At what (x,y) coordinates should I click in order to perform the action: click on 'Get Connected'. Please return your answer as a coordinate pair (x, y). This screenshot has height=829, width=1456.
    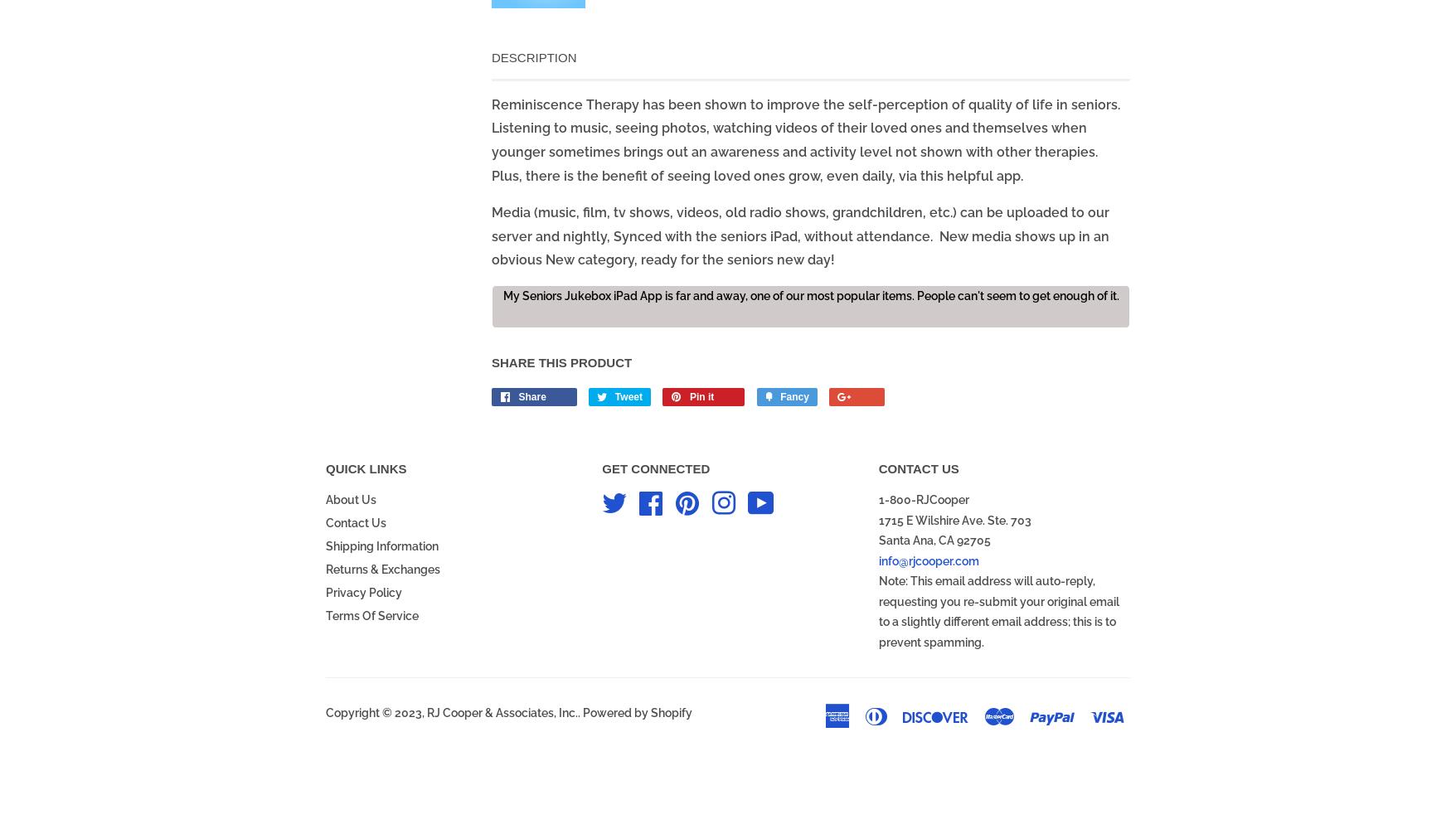
    Looking at the image, I should click on (655, 468).